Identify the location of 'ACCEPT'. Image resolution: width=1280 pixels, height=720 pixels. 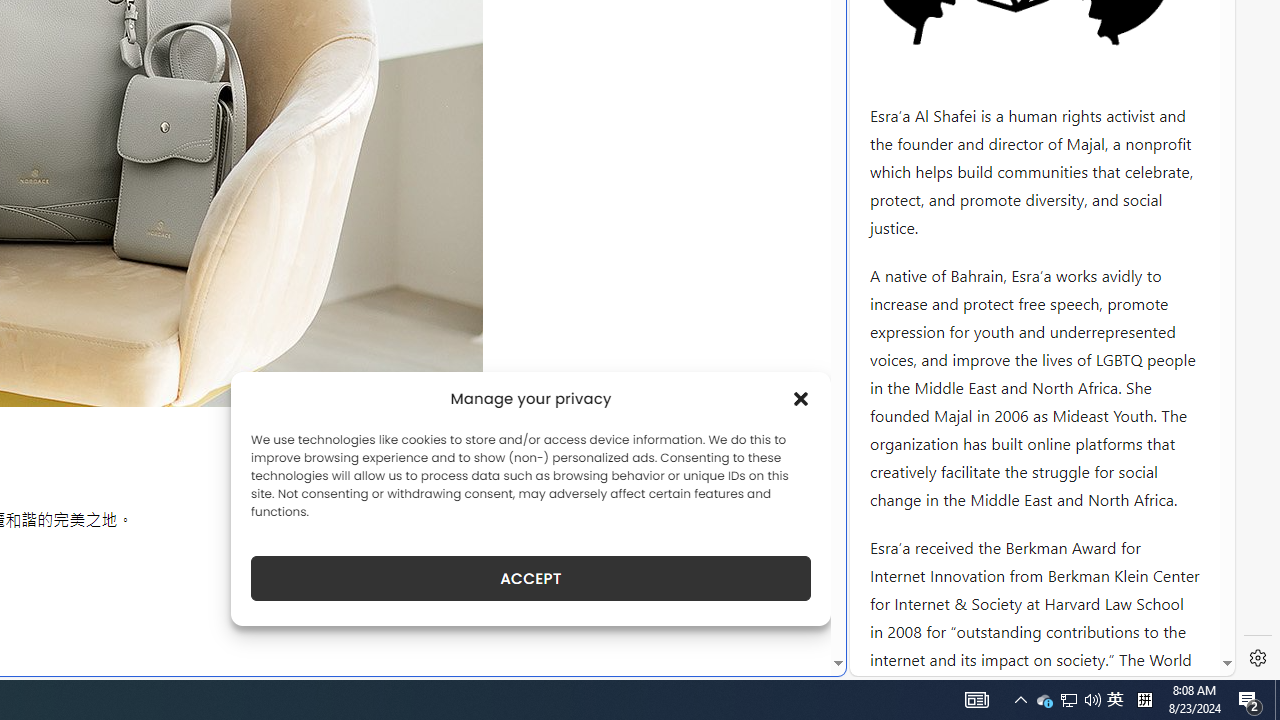
(531, 578).